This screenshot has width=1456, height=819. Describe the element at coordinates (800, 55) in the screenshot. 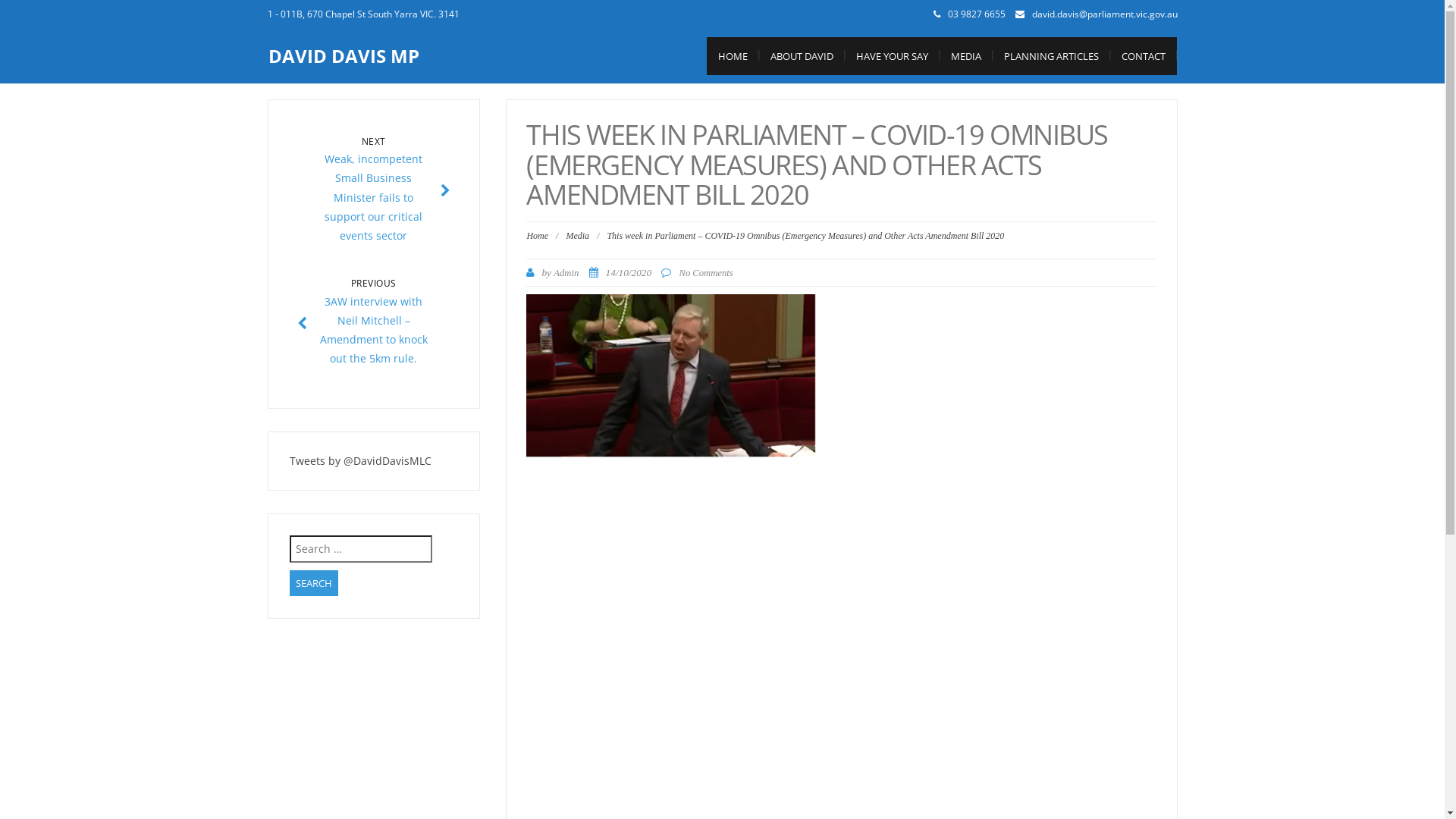

I see `'ABOUT DAVID'` at that location.